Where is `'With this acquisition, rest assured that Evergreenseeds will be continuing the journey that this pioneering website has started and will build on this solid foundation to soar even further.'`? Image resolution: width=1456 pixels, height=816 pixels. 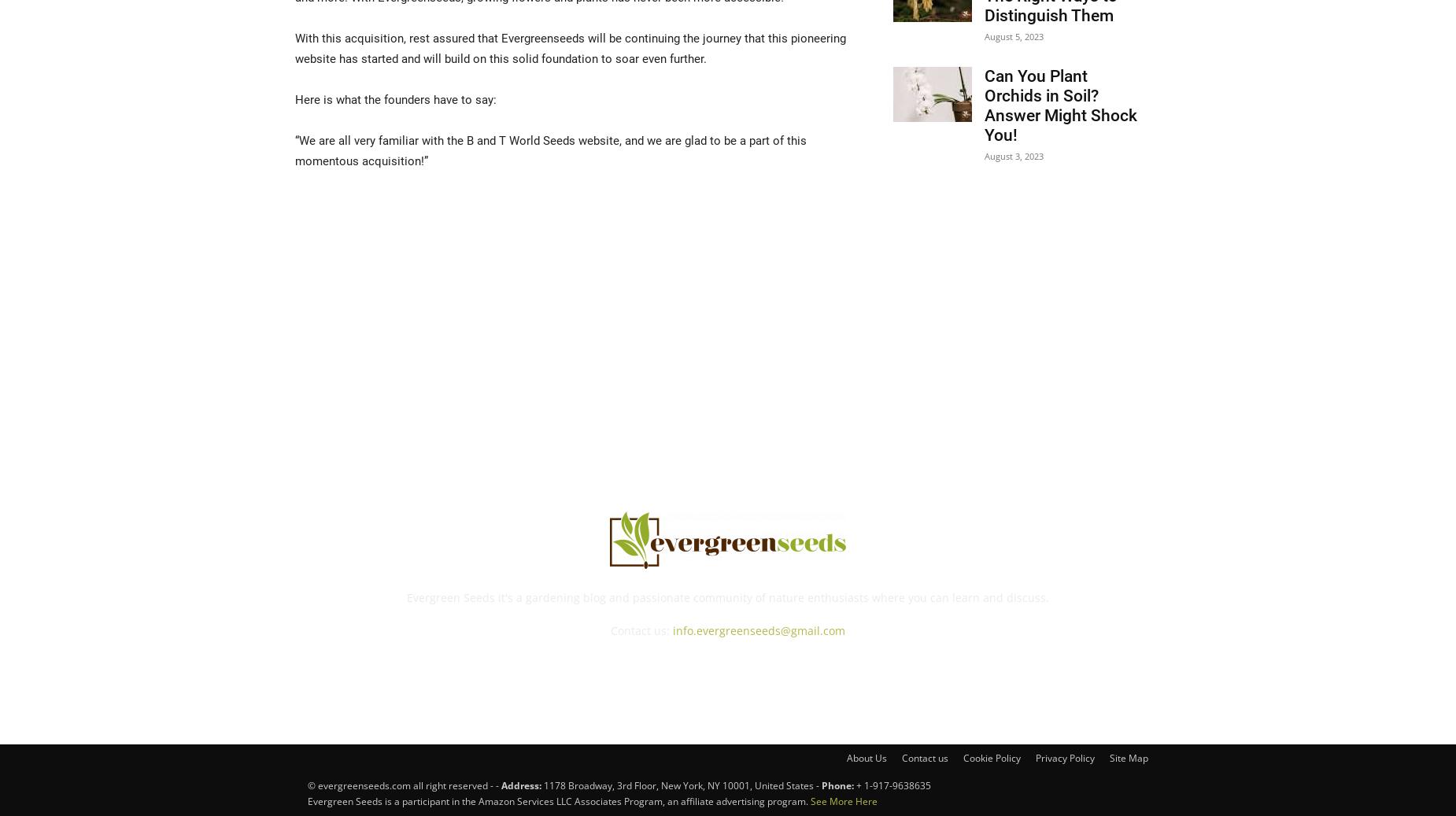 'With this acquisition, rest assured that Evergreenseeds will be continuing the journey that this pioneering website has started and will build on this solid foundation to soar even further.' is located at coordinates (571, 46).